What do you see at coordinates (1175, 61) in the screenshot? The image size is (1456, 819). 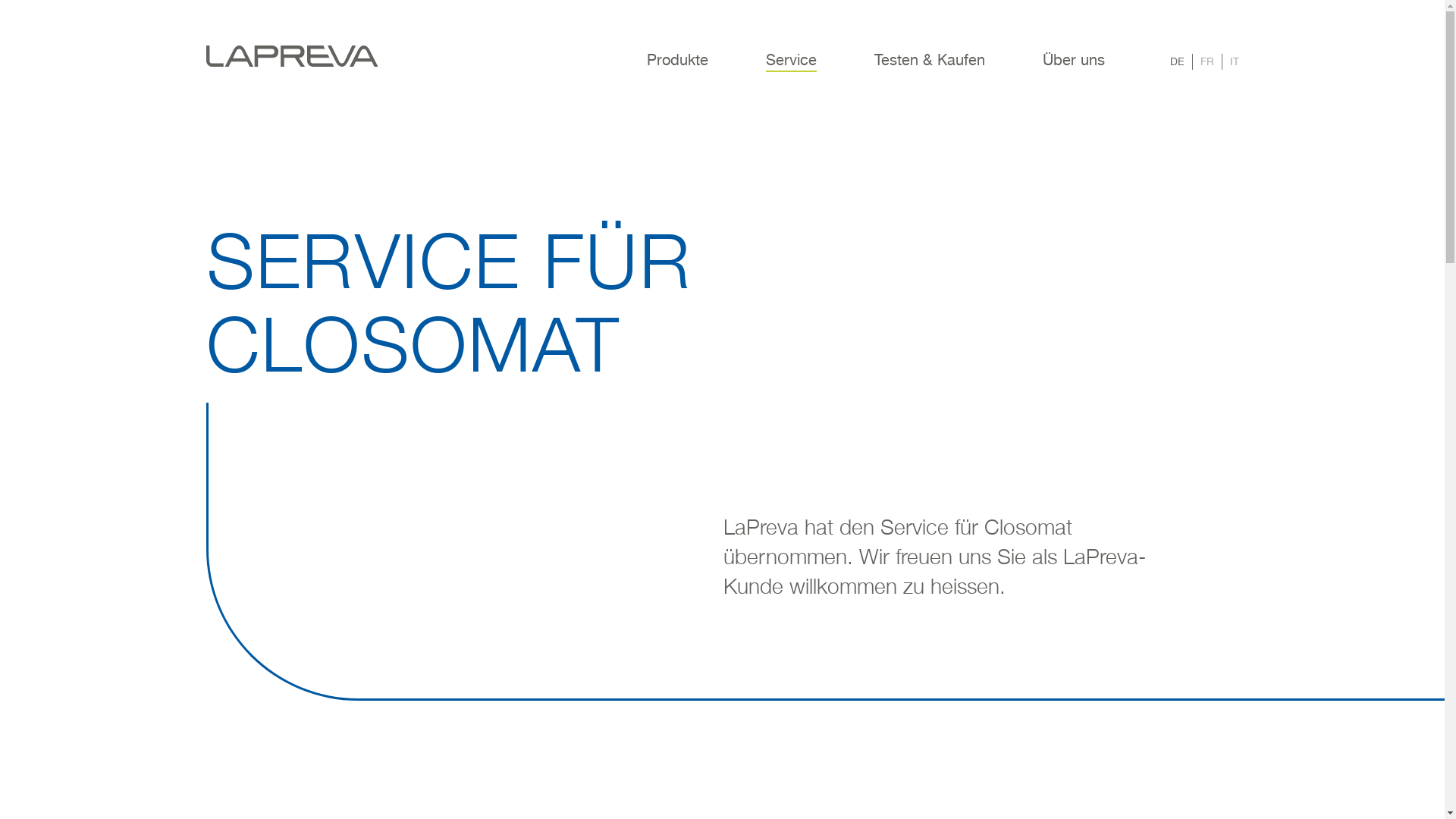 I see `'DE'` at bounding box center [1175, 61].